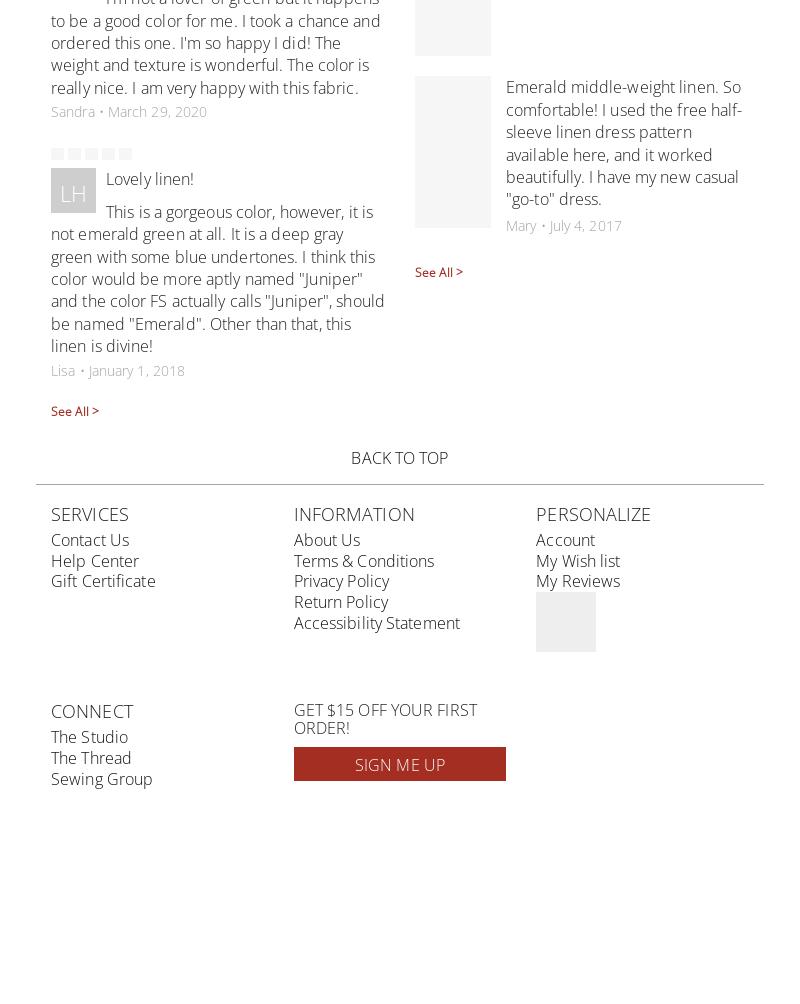  What do you see at coordinates (89, 736) in the screenshot?
I see `'The Studio'` at bounding box center [89, 736].